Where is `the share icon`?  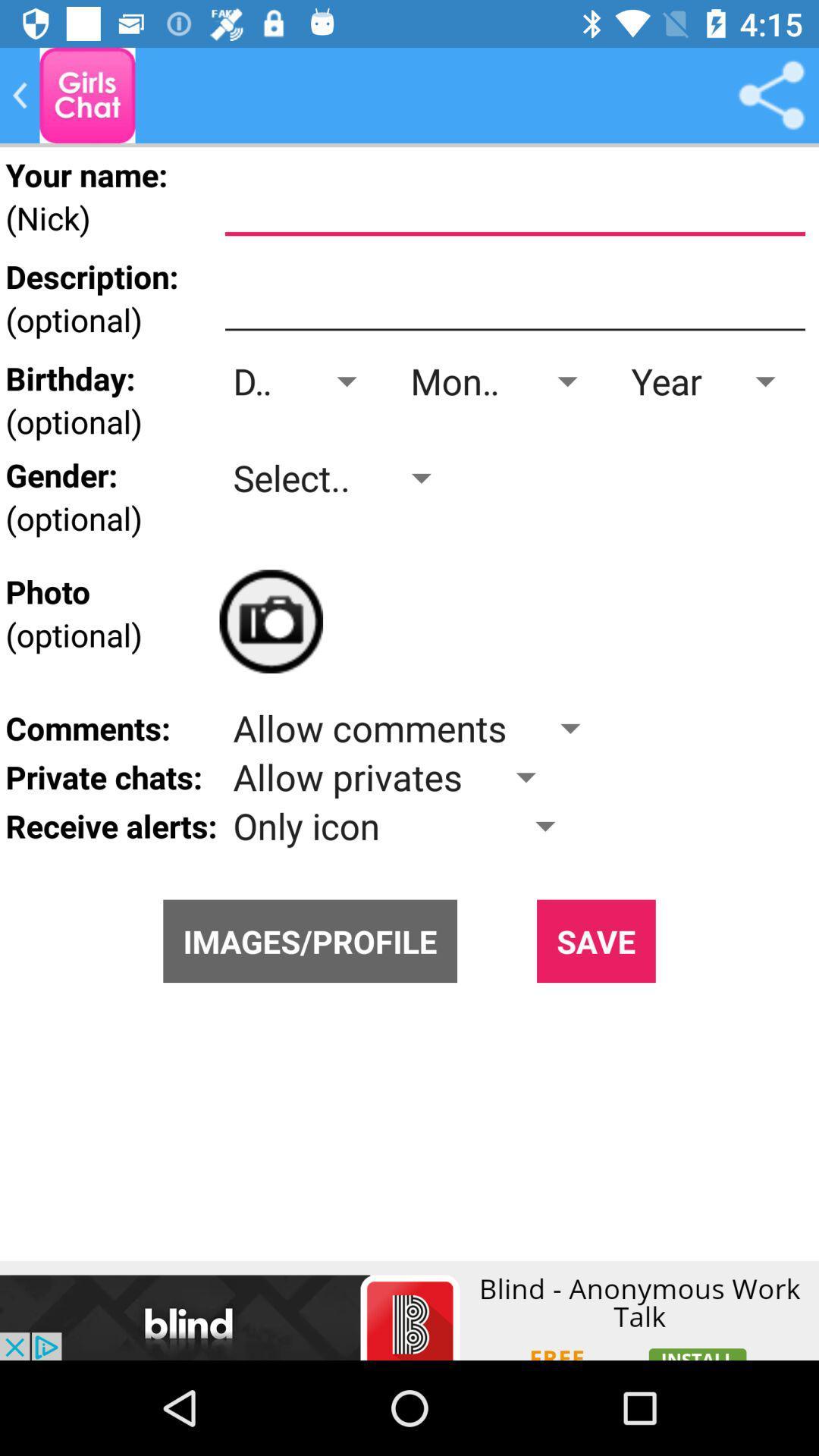
the share icon is located at coordinates (771, 94).